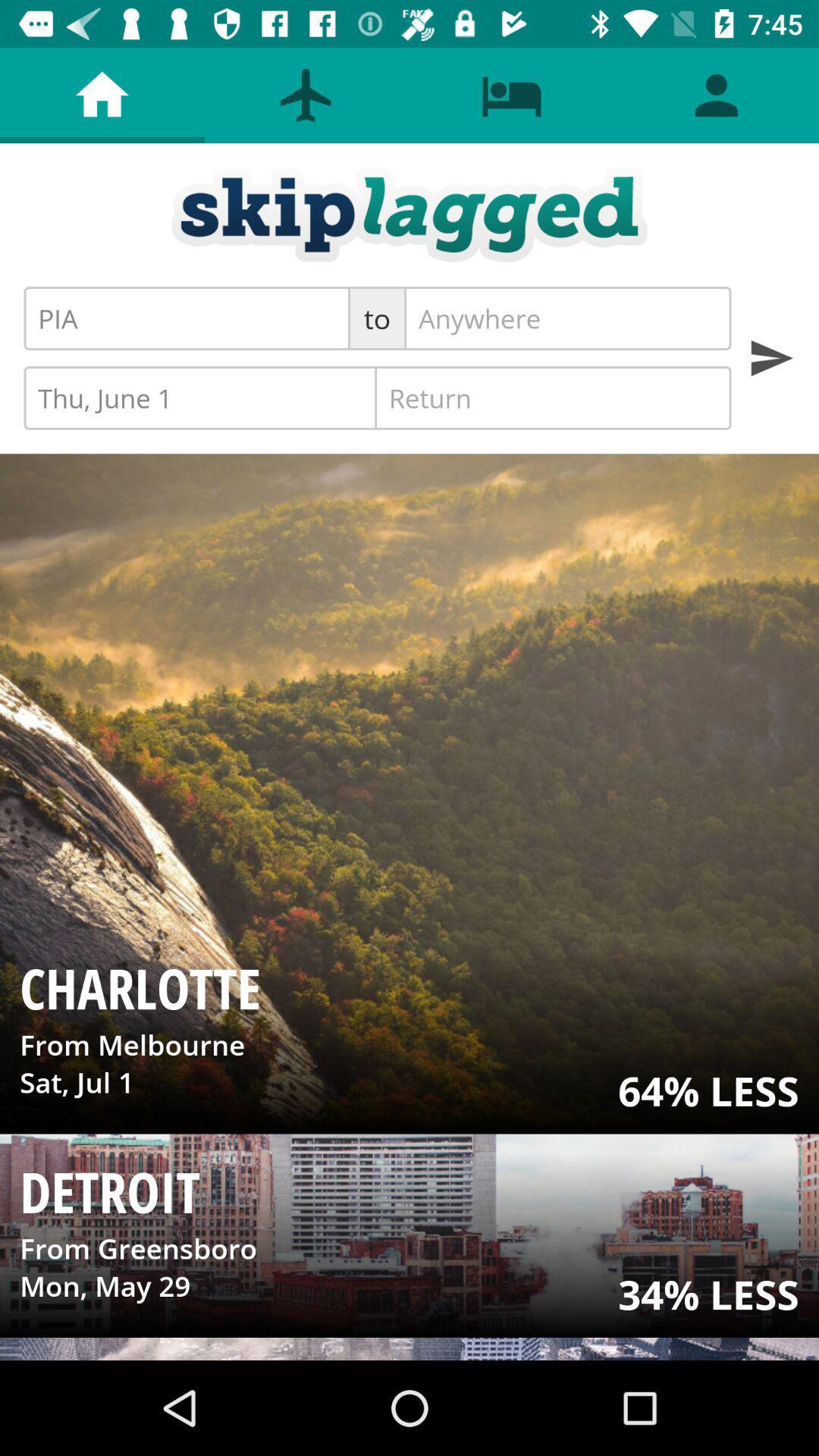  I want to click on the item next to the to icon, so click(567, 318).